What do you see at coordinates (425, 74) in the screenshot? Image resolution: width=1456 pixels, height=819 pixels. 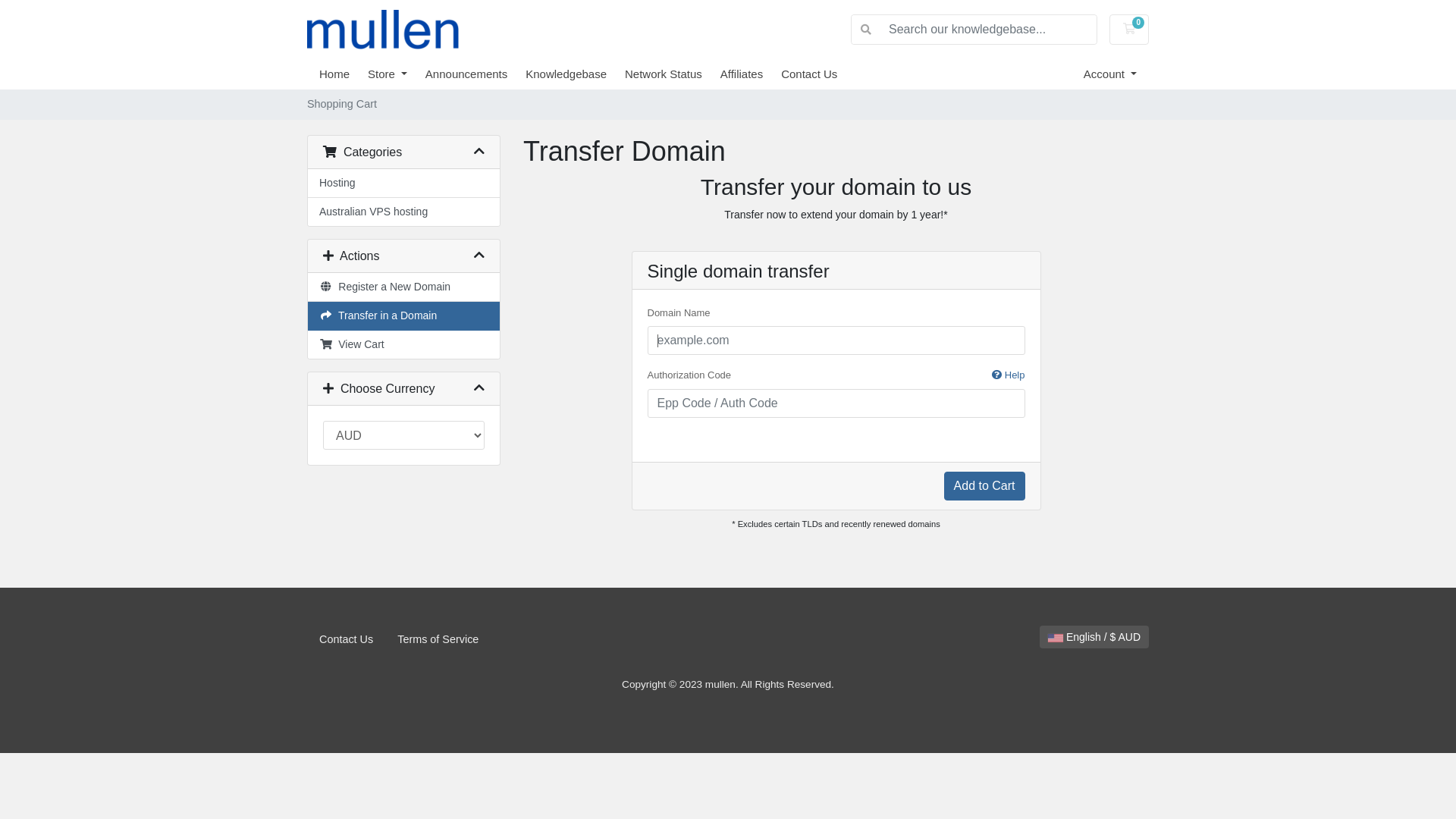 I see `'Announcements'` at bounding box center [425, 74].